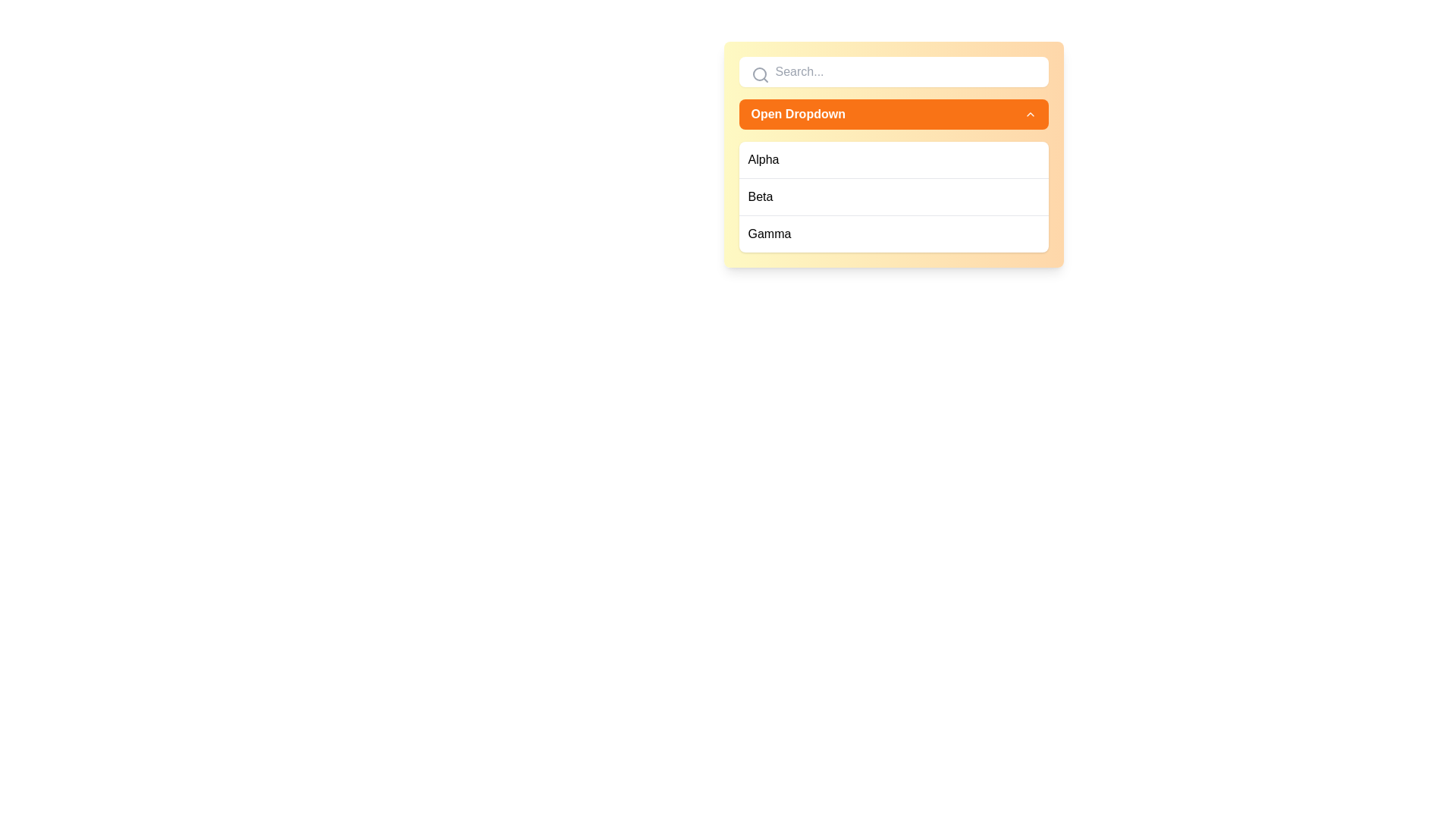 The height and width of the screenshot is (819, 1456). I want to click on the list item labeled 'Alpha' within the white dropdown menu, which is the first item in a three-item list under the 'Open Dropdown' button, so click(893, 155).